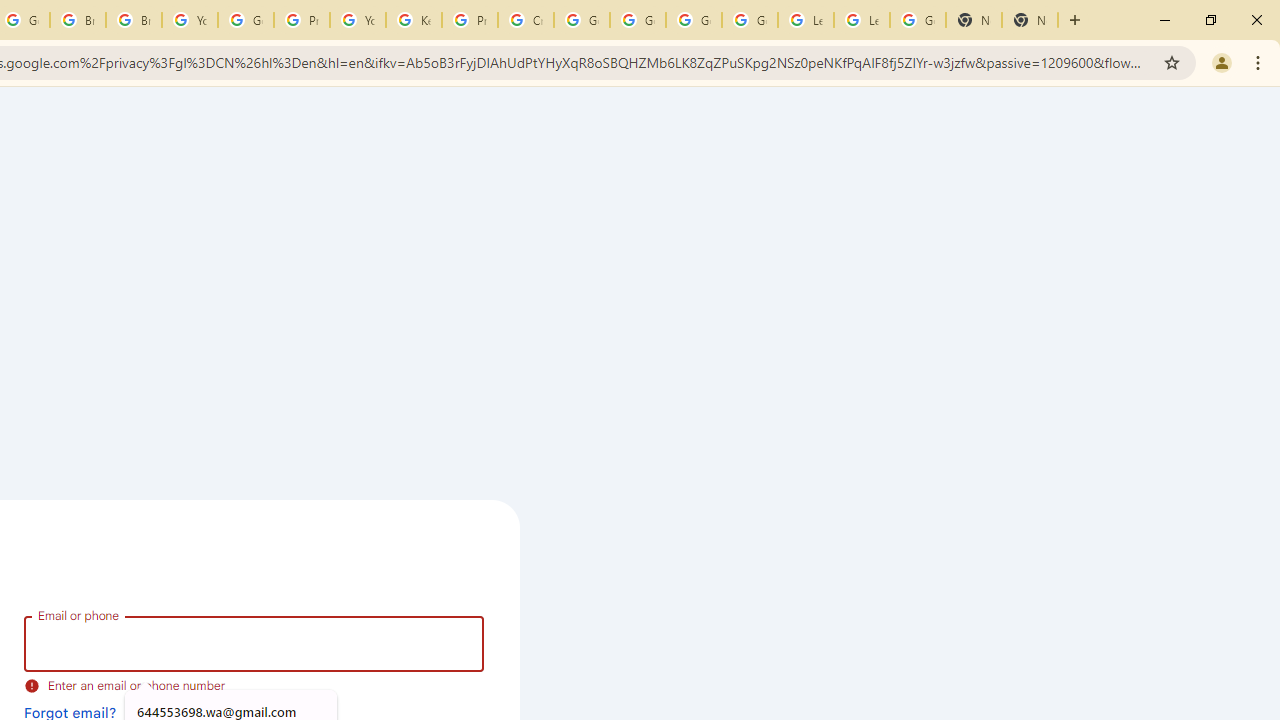  I want to click on 'Create your Google Account', so click(526, 20).